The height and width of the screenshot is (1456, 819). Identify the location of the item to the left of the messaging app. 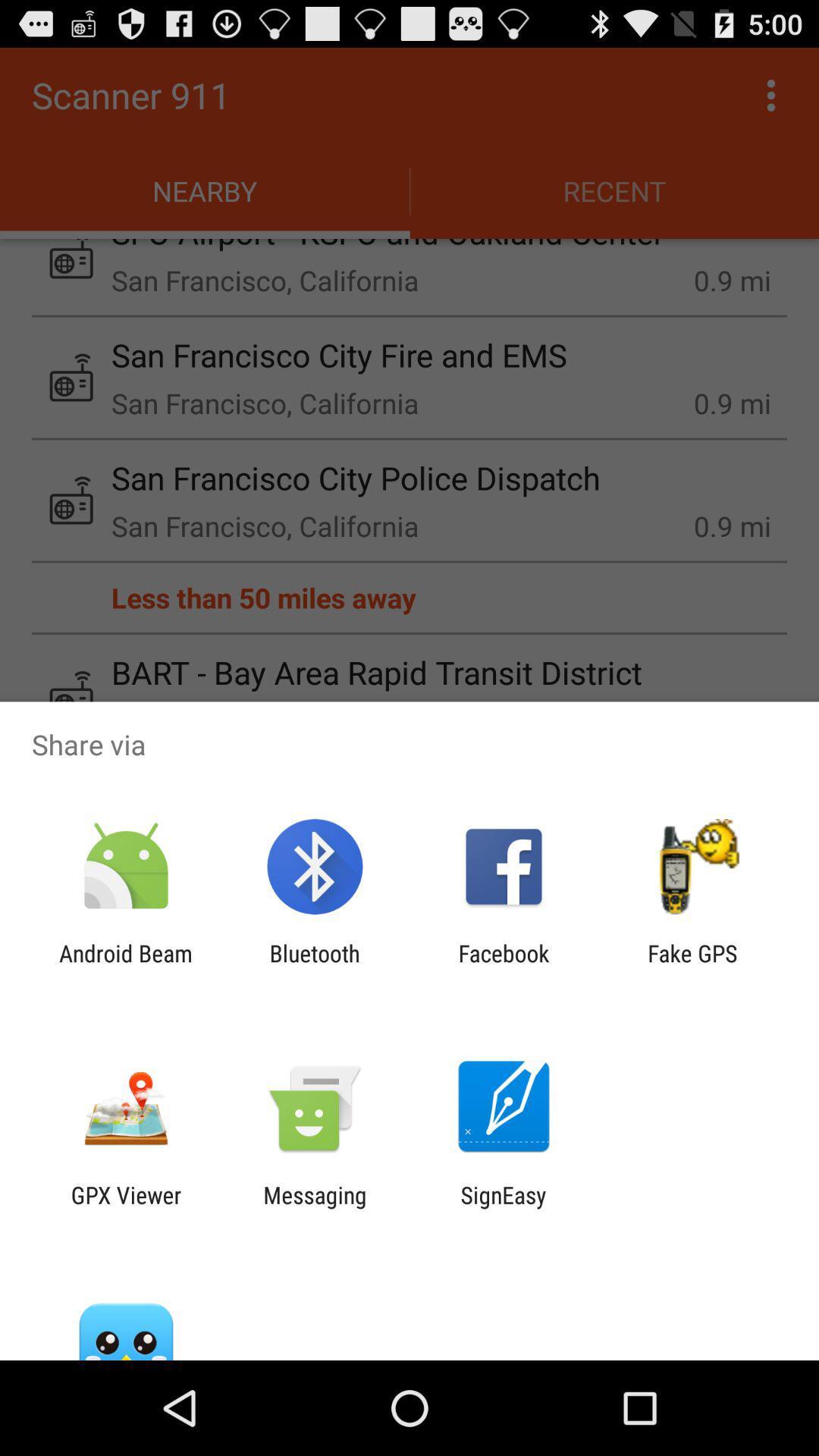
(125, 1207).